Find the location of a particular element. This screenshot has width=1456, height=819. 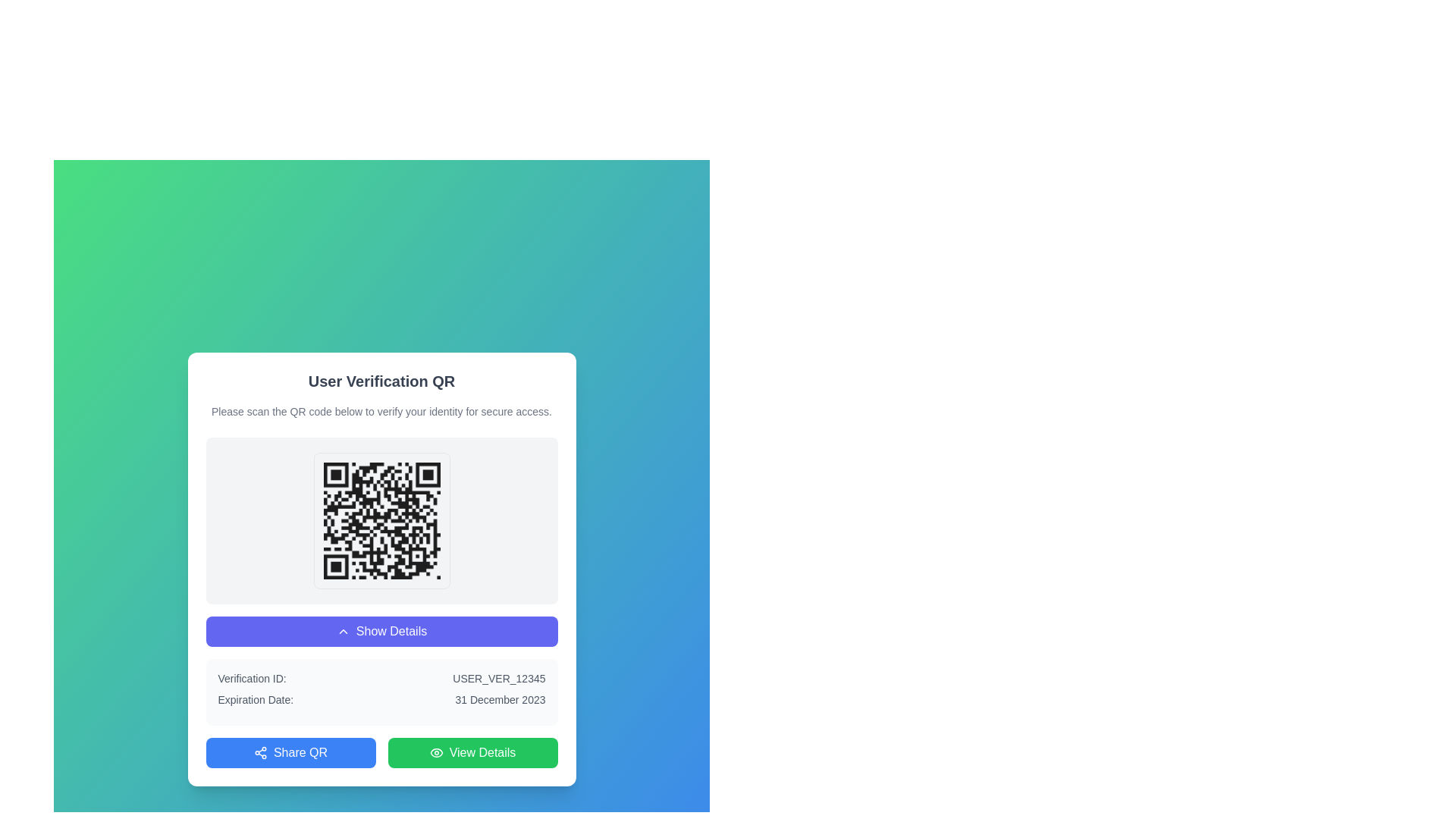

the text label displaying '31 December 2023', which is located next to the label 'Expiration Date:' in a modal interface is located at coordinates (500, 699).